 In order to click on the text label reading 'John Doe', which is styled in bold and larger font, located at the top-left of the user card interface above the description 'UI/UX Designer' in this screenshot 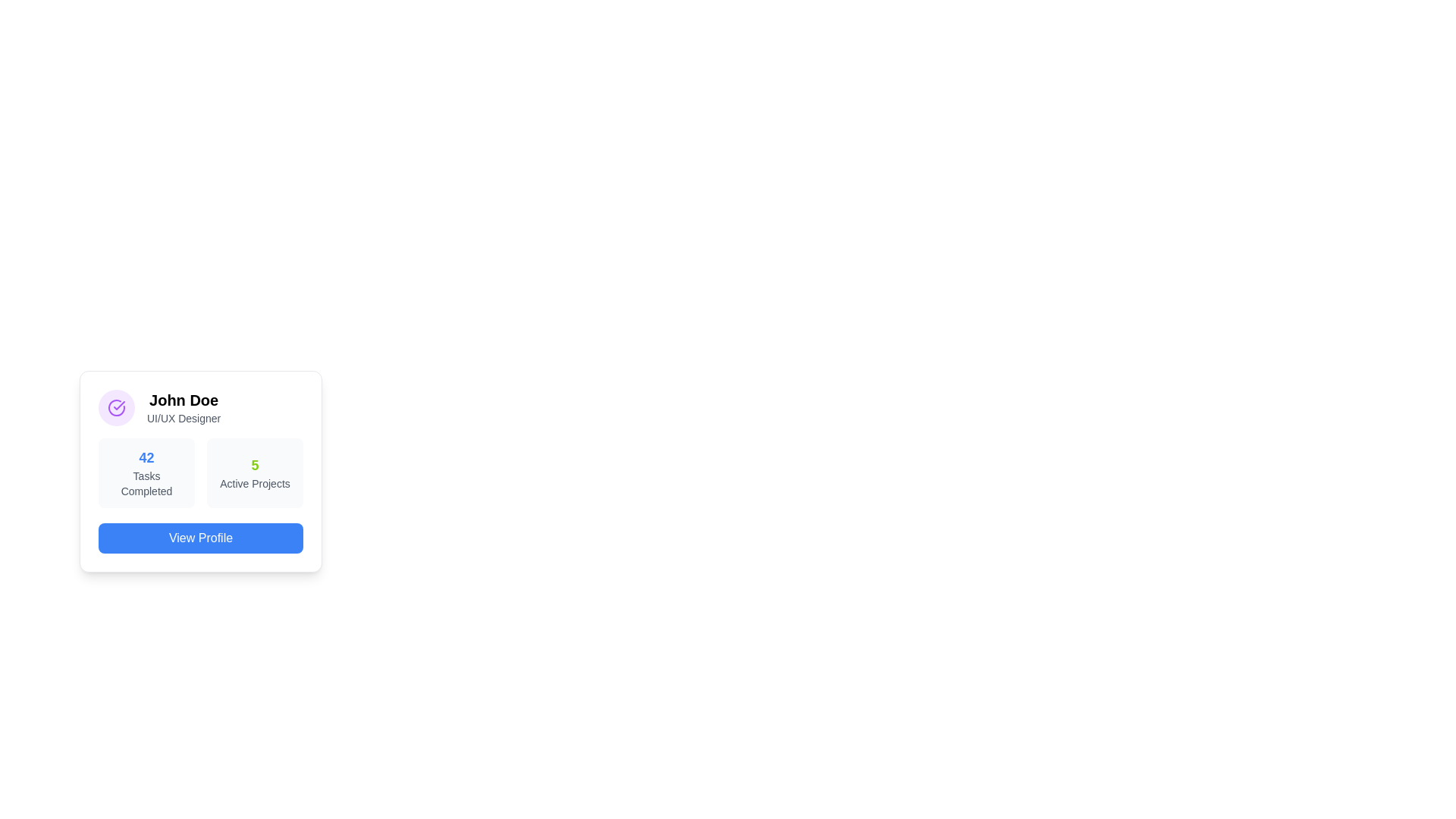, I will do `click(183, 400)`.